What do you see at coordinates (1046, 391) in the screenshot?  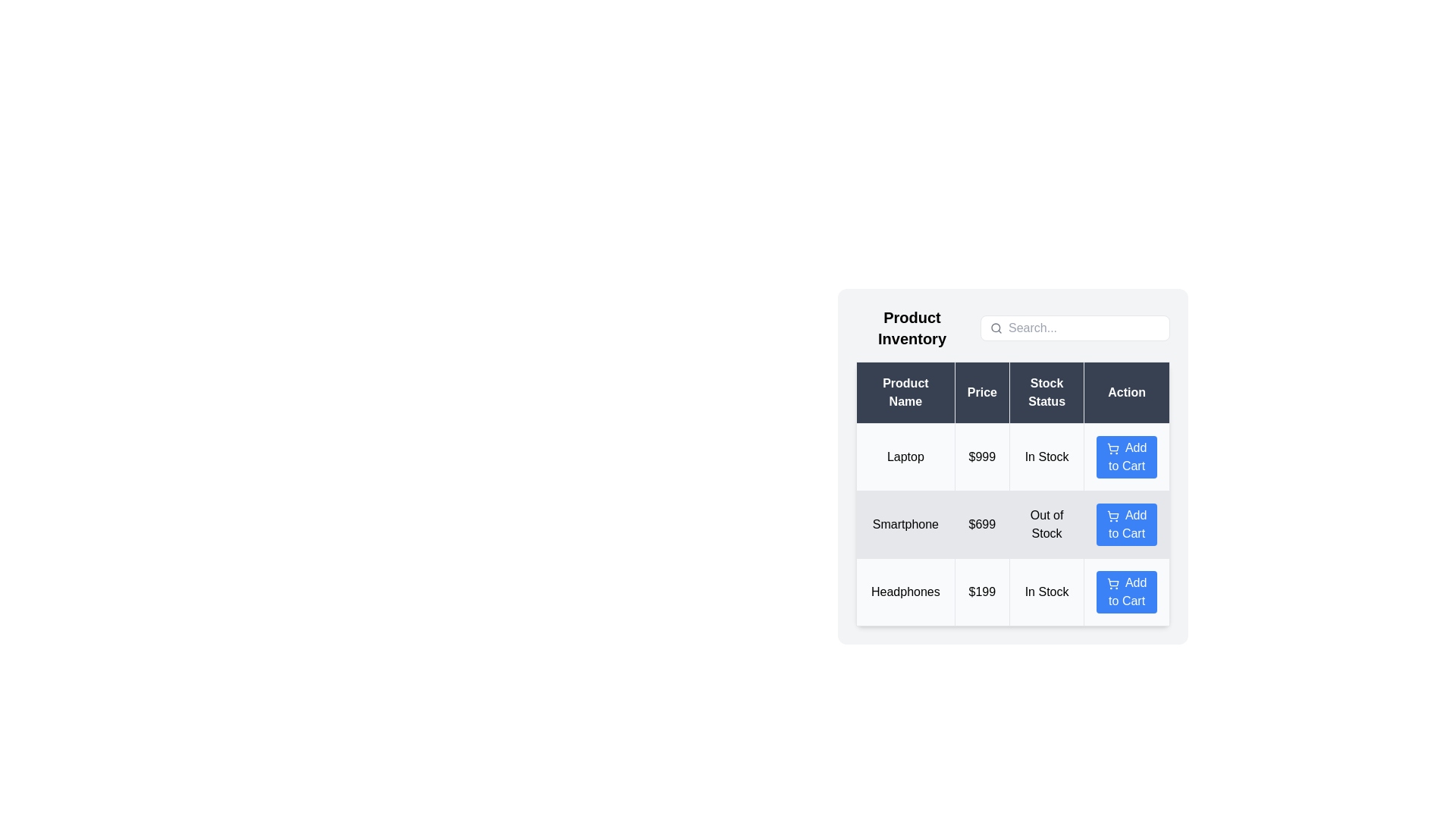 I see `the column header Stock Status to sort the table by that column` at bounding box center [1046, 391].